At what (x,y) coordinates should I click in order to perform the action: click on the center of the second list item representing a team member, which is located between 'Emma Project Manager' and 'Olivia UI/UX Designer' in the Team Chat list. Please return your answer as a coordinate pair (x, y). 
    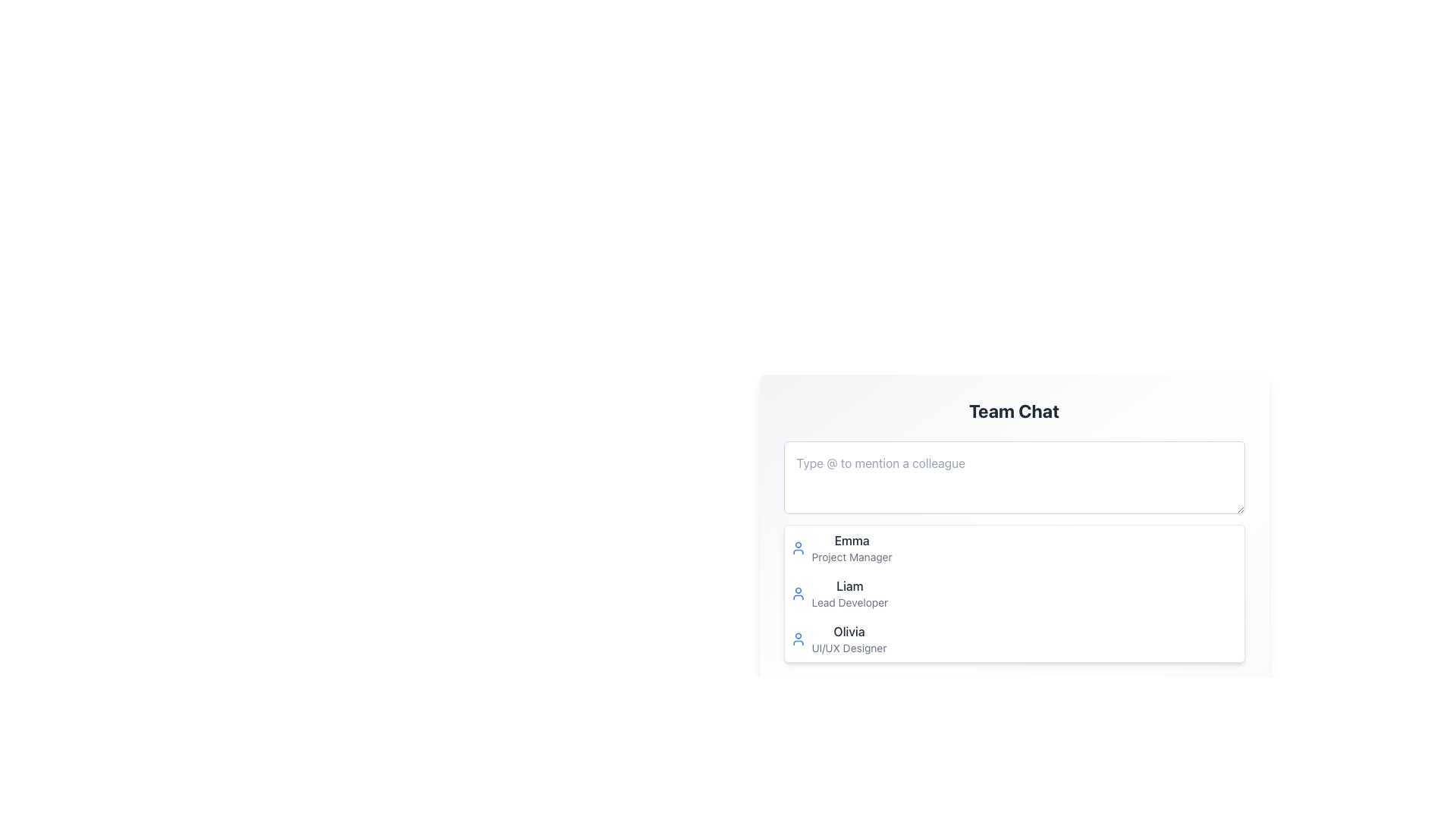
    Looking at the image, I should click on (849, 593).